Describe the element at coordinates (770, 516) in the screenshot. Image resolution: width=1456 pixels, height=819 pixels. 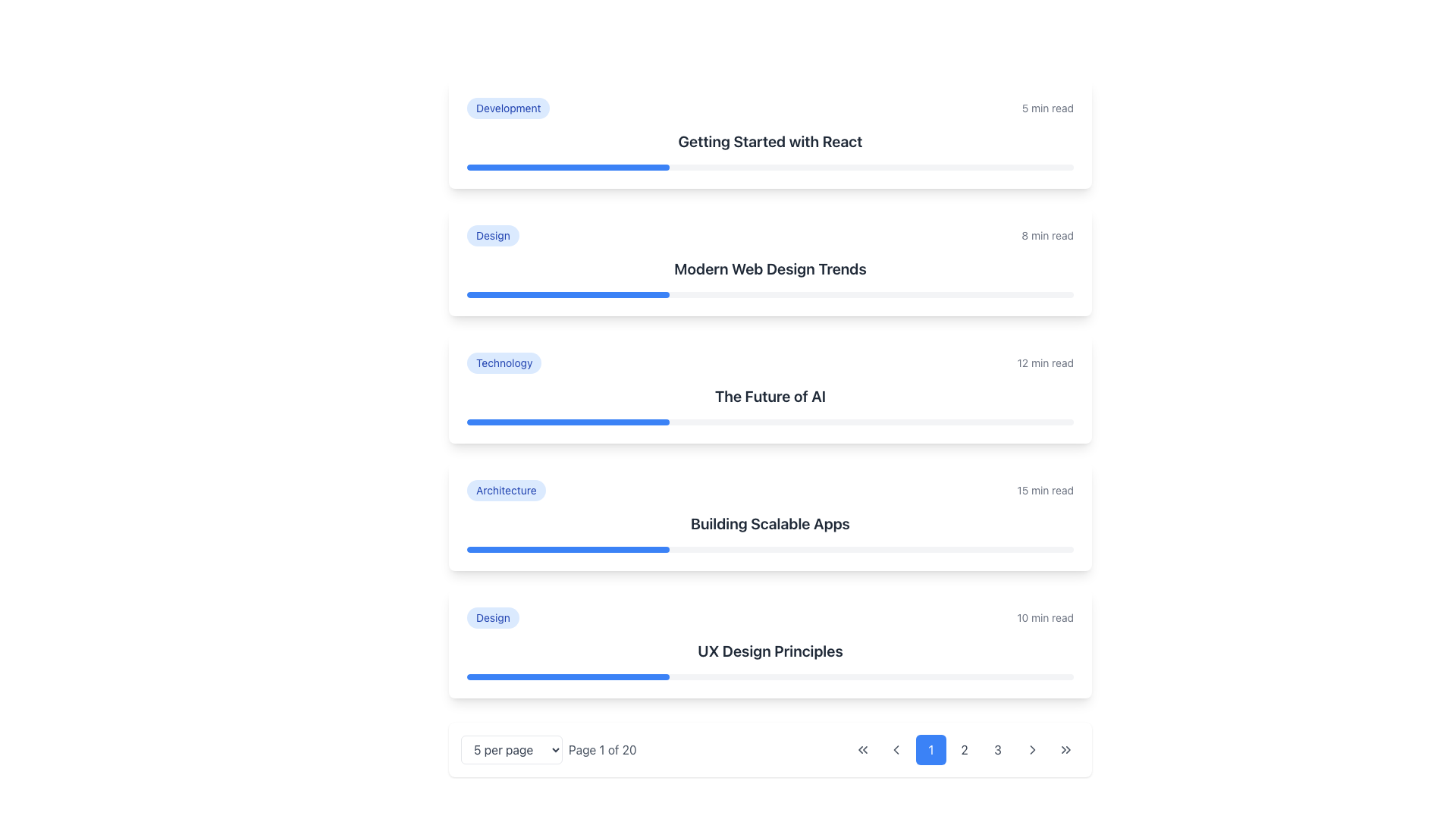
I see `the fourth card titled 'Building Scalable Apps' in the vertical list` at that location.